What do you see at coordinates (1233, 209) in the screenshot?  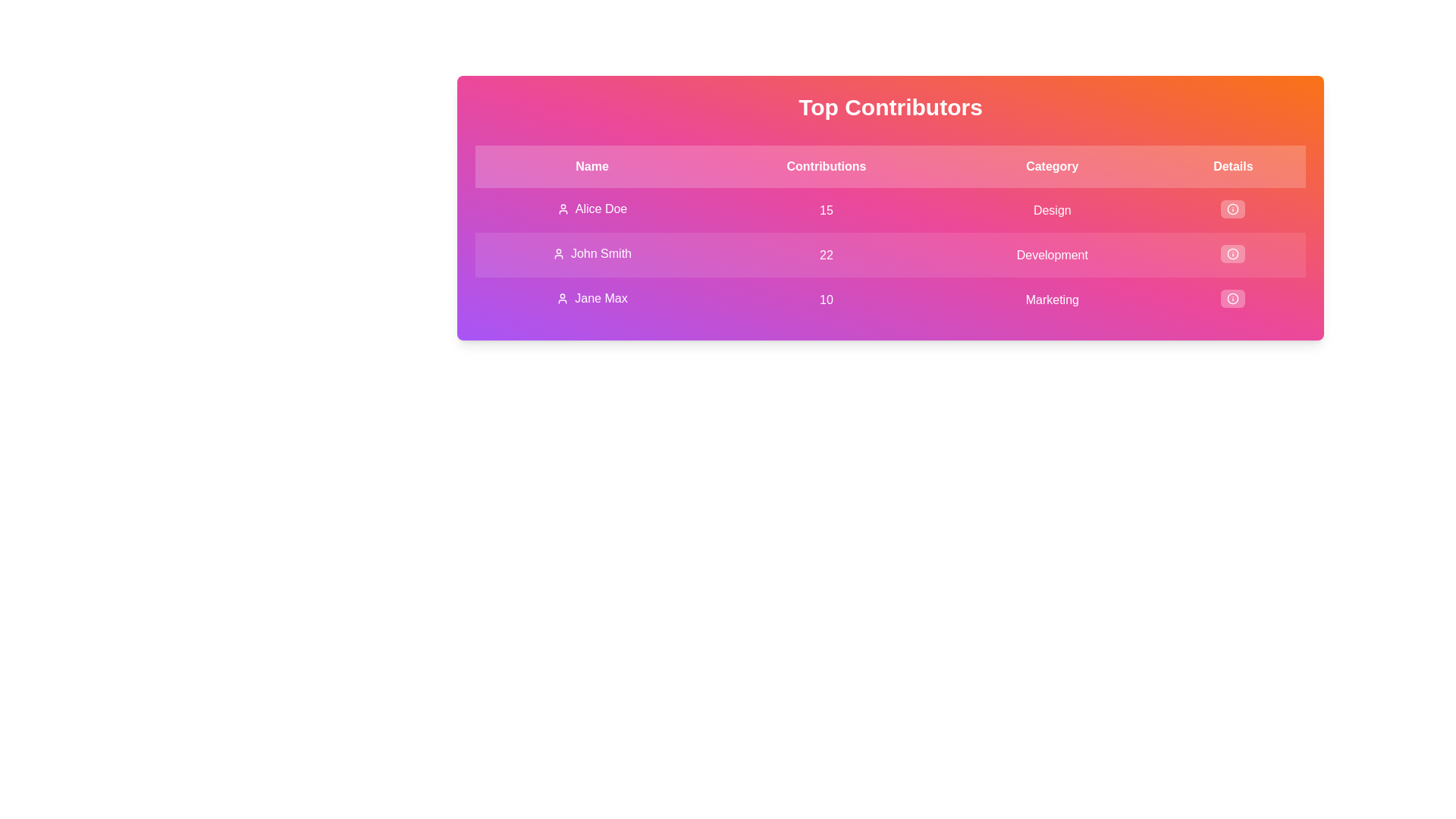 I see `the decorative graphical circle in the information icon located in the 'Details' column of the 'Top Contributors' table, first row for the 'Design' category` at bounding box center [1233, 209].